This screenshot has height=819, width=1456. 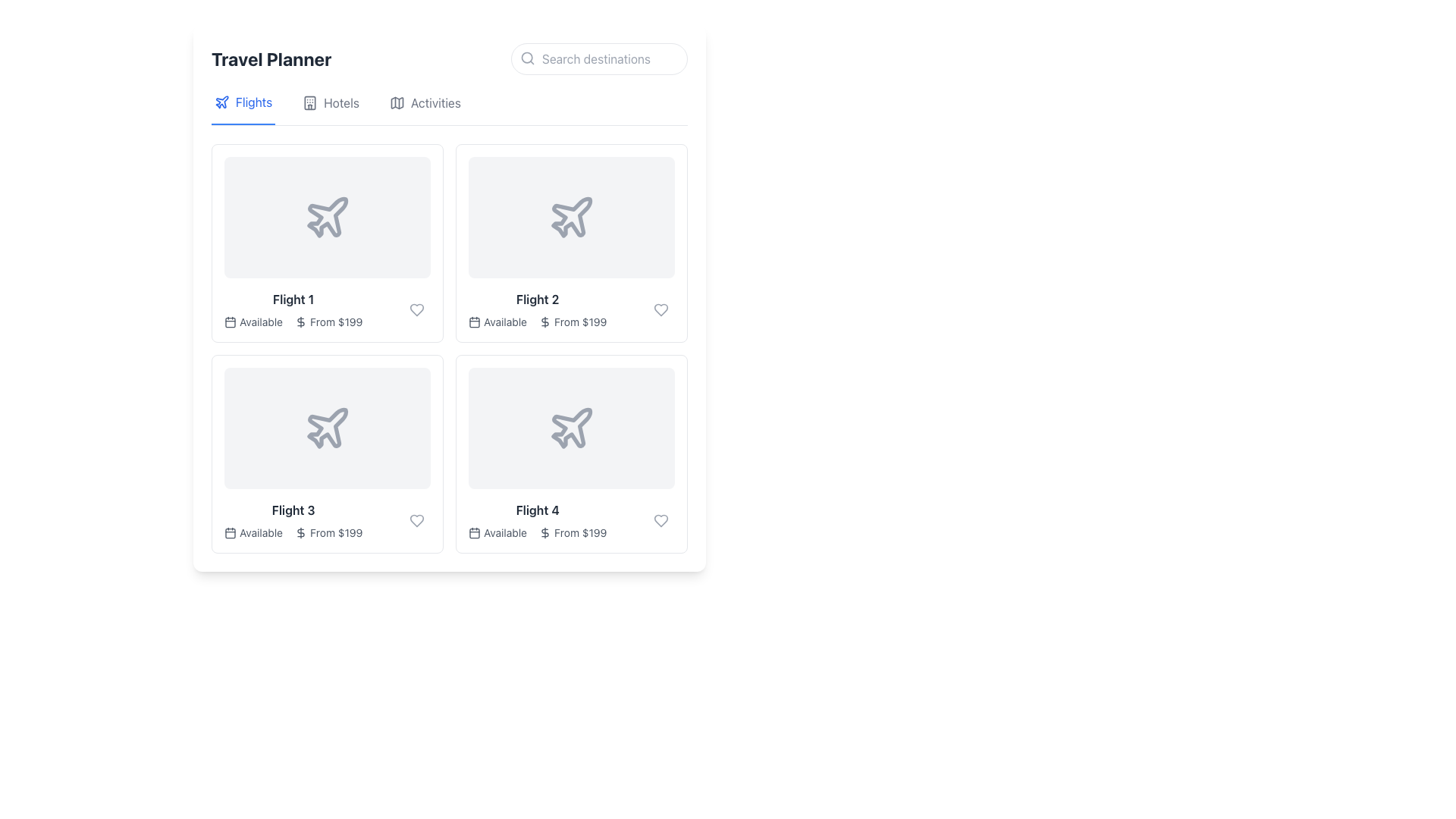 I want to click on the 'Flights' navigation tab, which is the first item in the navigation bar with blue colored text and a plane icon, so click(x=243, y=108).